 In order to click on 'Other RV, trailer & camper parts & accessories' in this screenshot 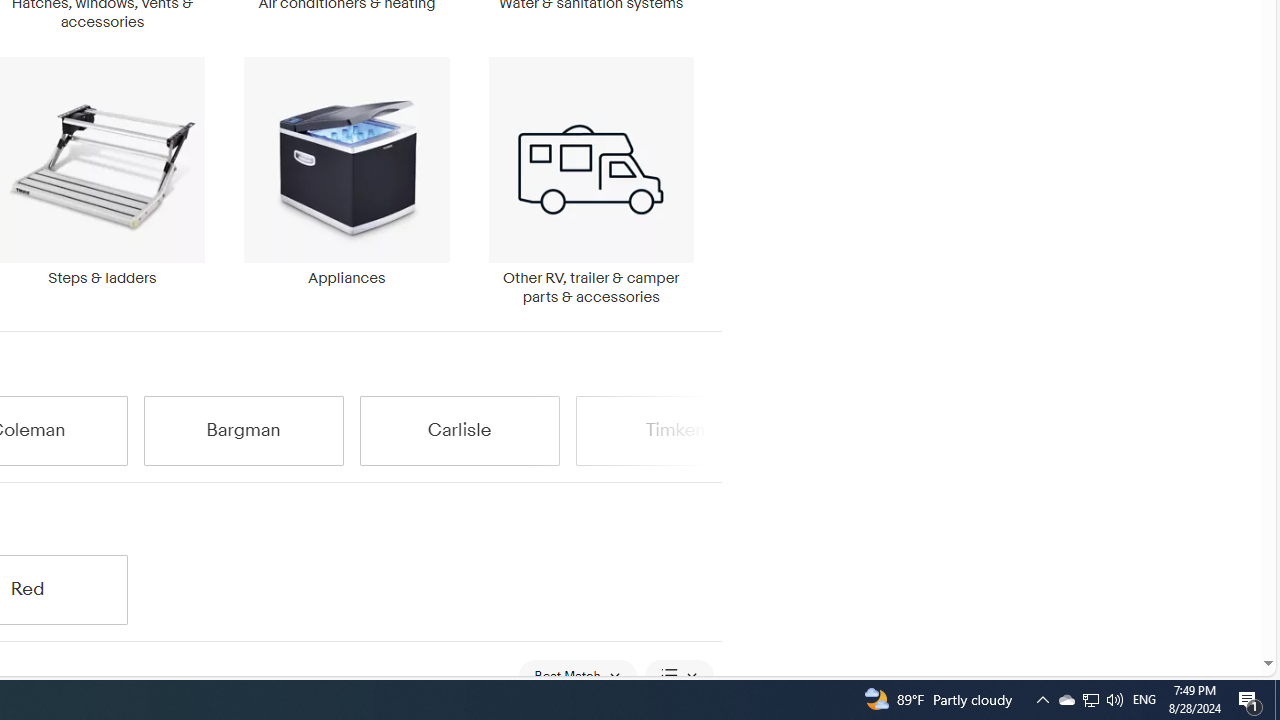, I will do `click(590, 181)`.